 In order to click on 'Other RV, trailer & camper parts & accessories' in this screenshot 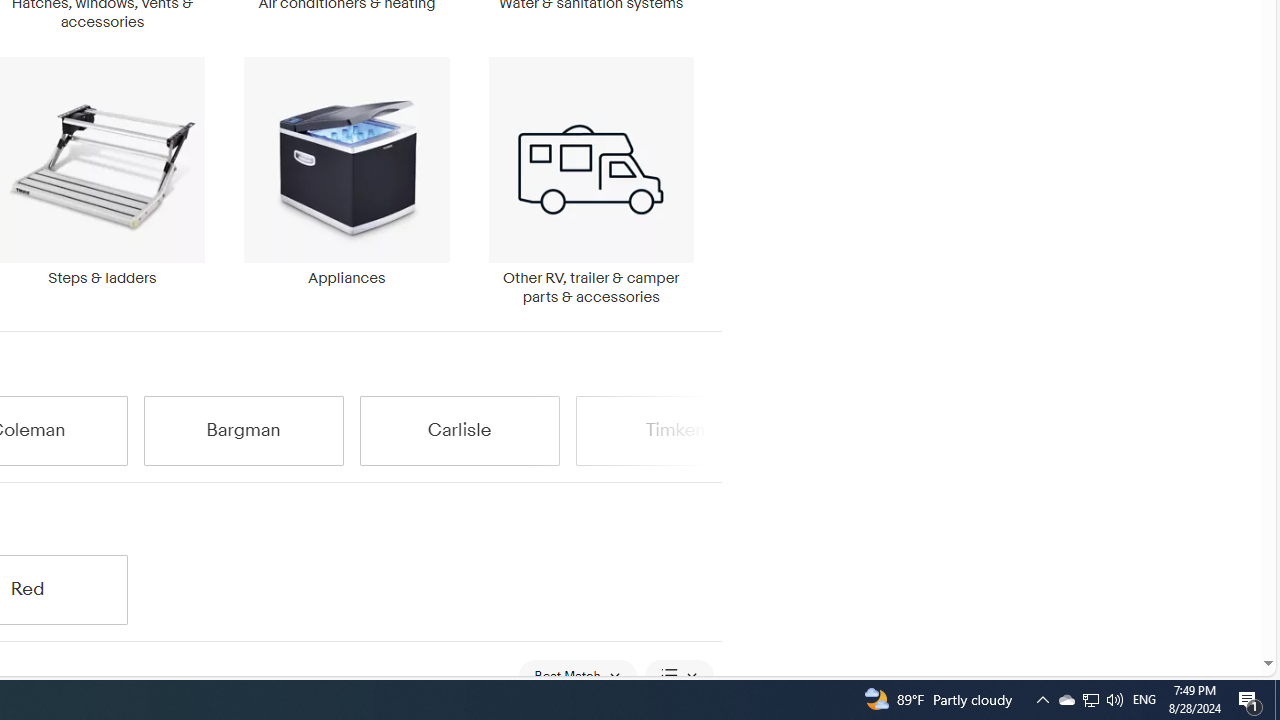, I will do `click(590, 181)`.